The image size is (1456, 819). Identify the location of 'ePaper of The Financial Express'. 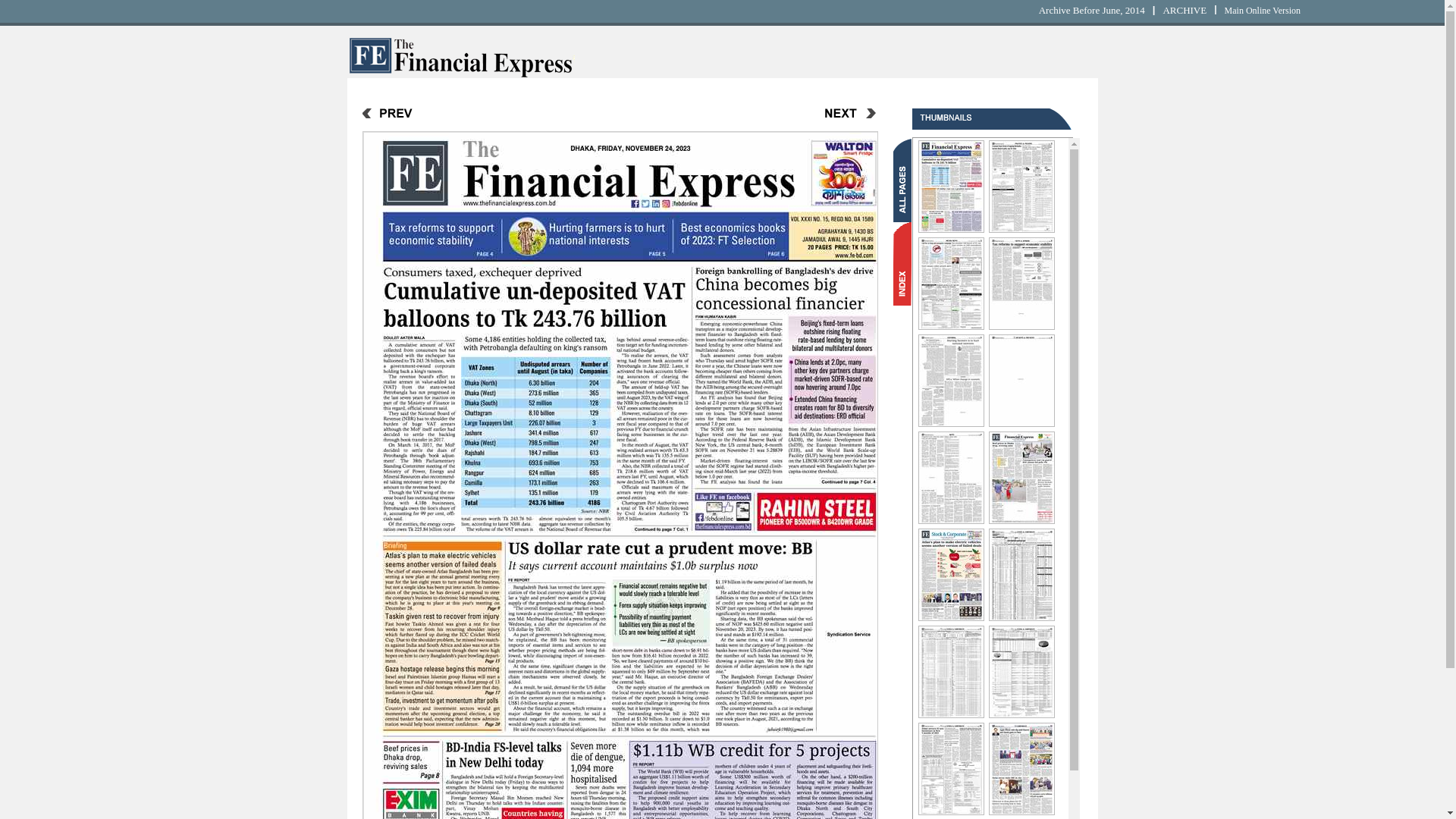
(460, 55).